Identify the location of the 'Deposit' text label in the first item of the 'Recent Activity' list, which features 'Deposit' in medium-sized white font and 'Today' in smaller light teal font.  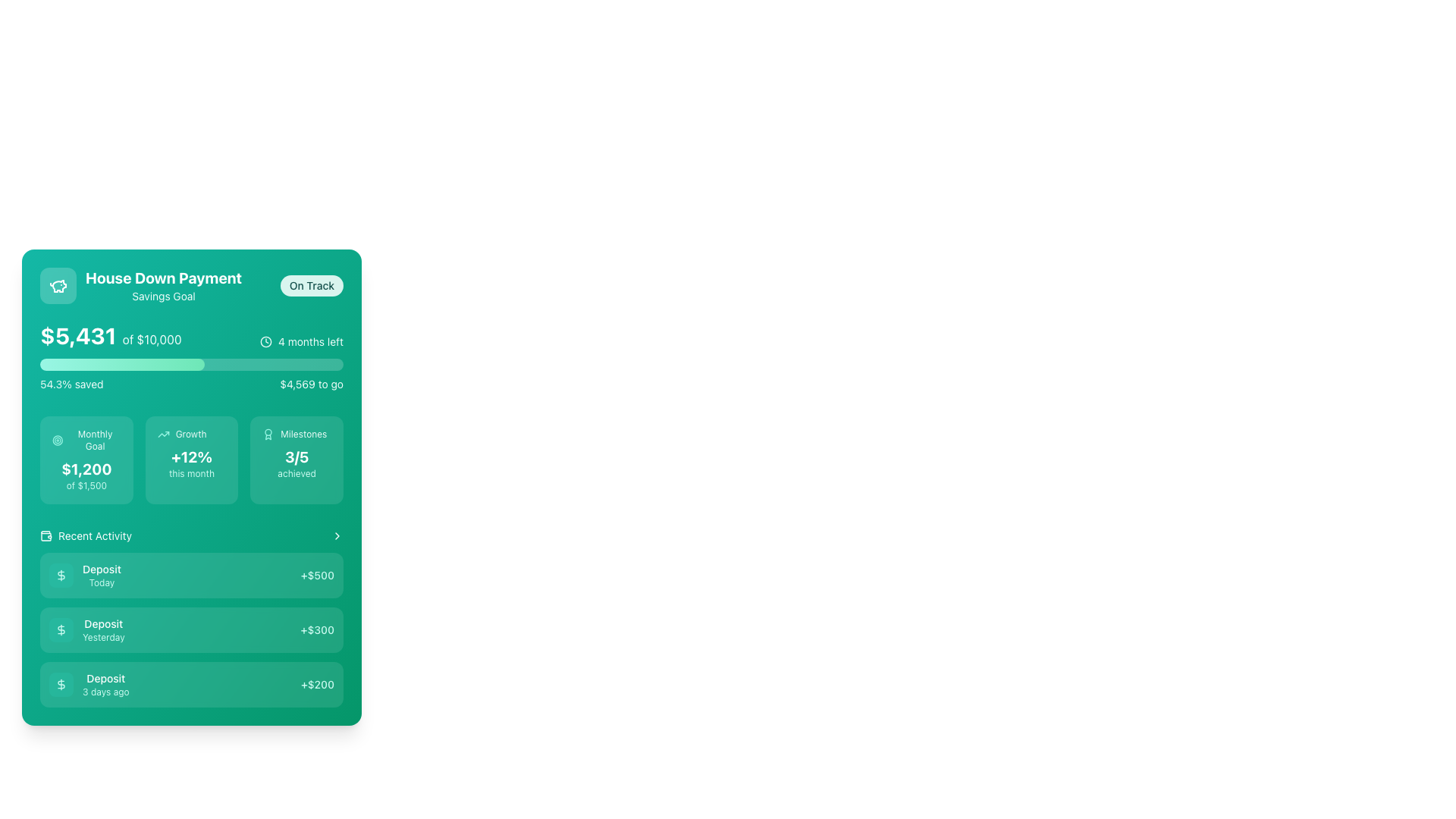
(84, 576).